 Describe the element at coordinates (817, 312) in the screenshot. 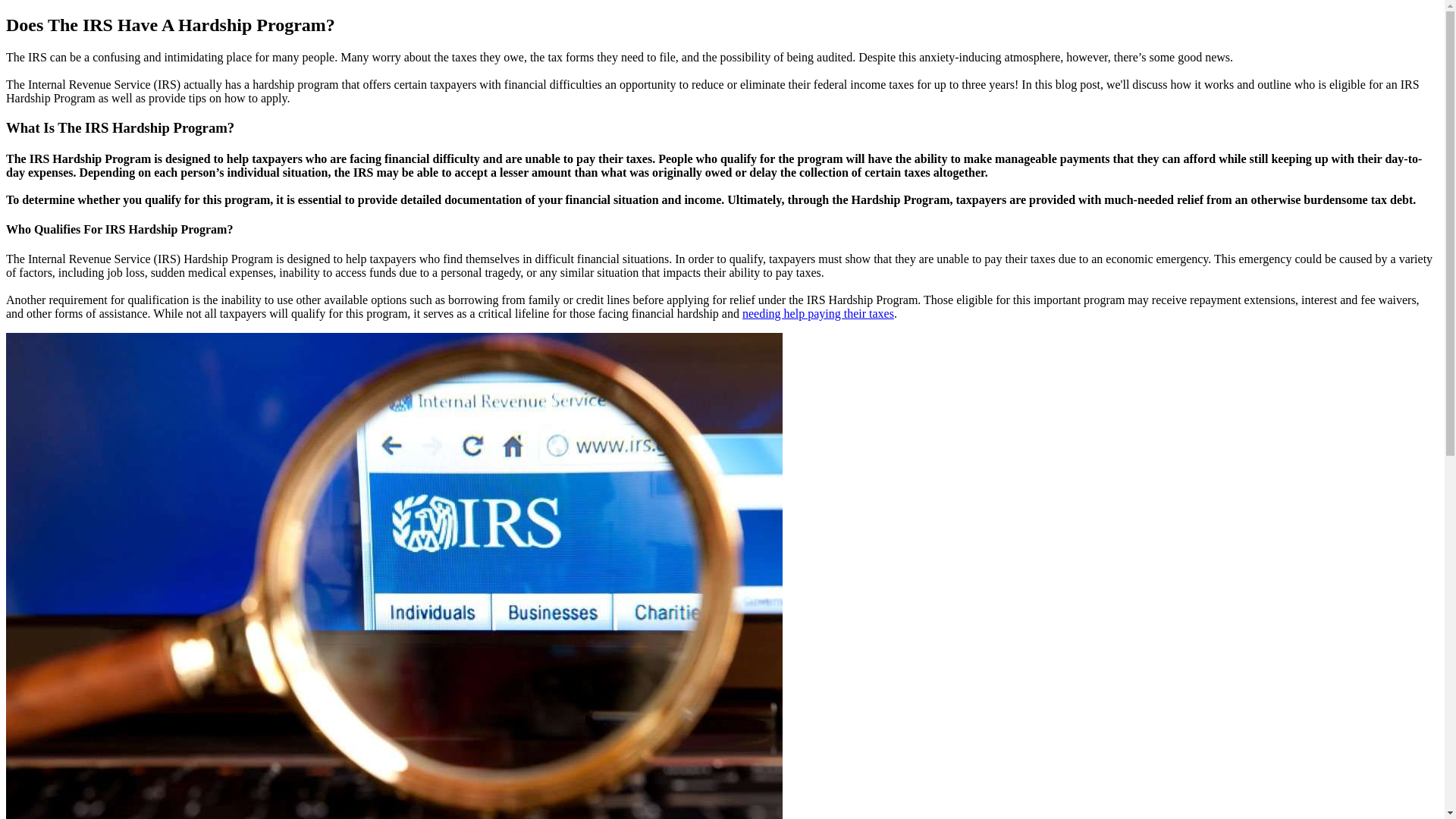

I see `'needing help paying their taxes'` at that location.